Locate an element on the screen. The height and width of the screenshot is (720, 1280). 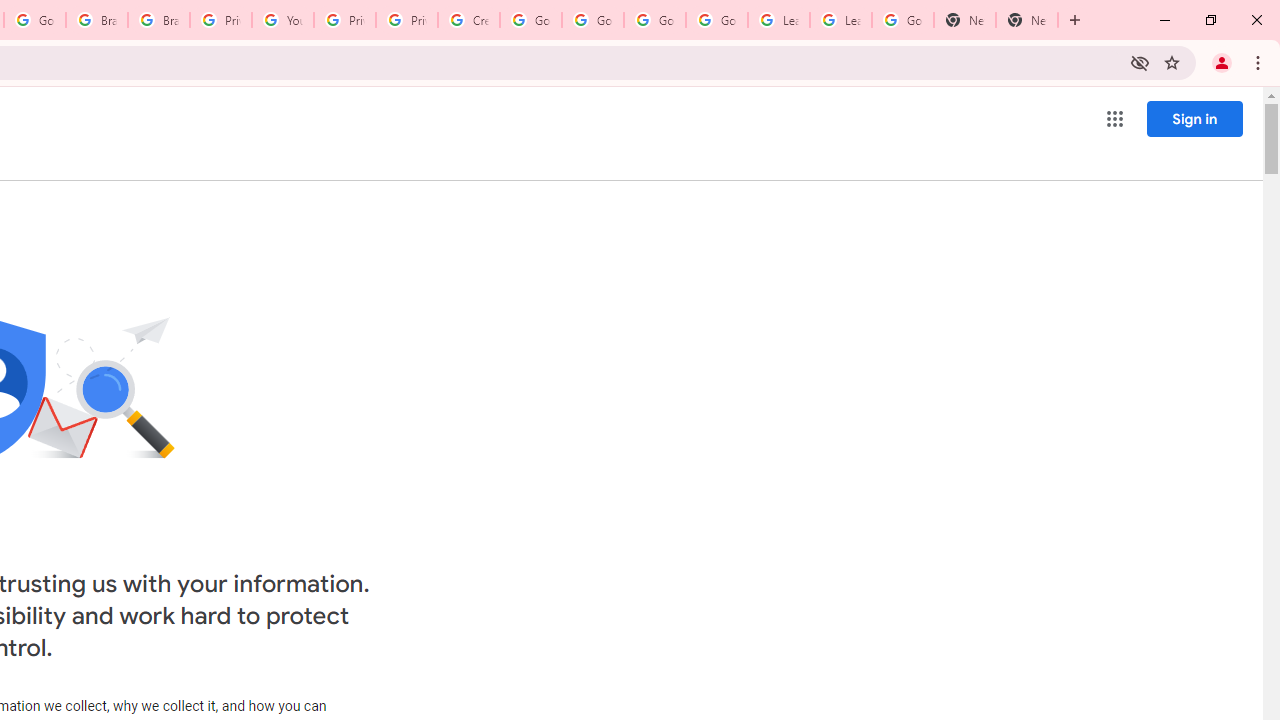
'New Tab' is located at coordinates (965, 20).